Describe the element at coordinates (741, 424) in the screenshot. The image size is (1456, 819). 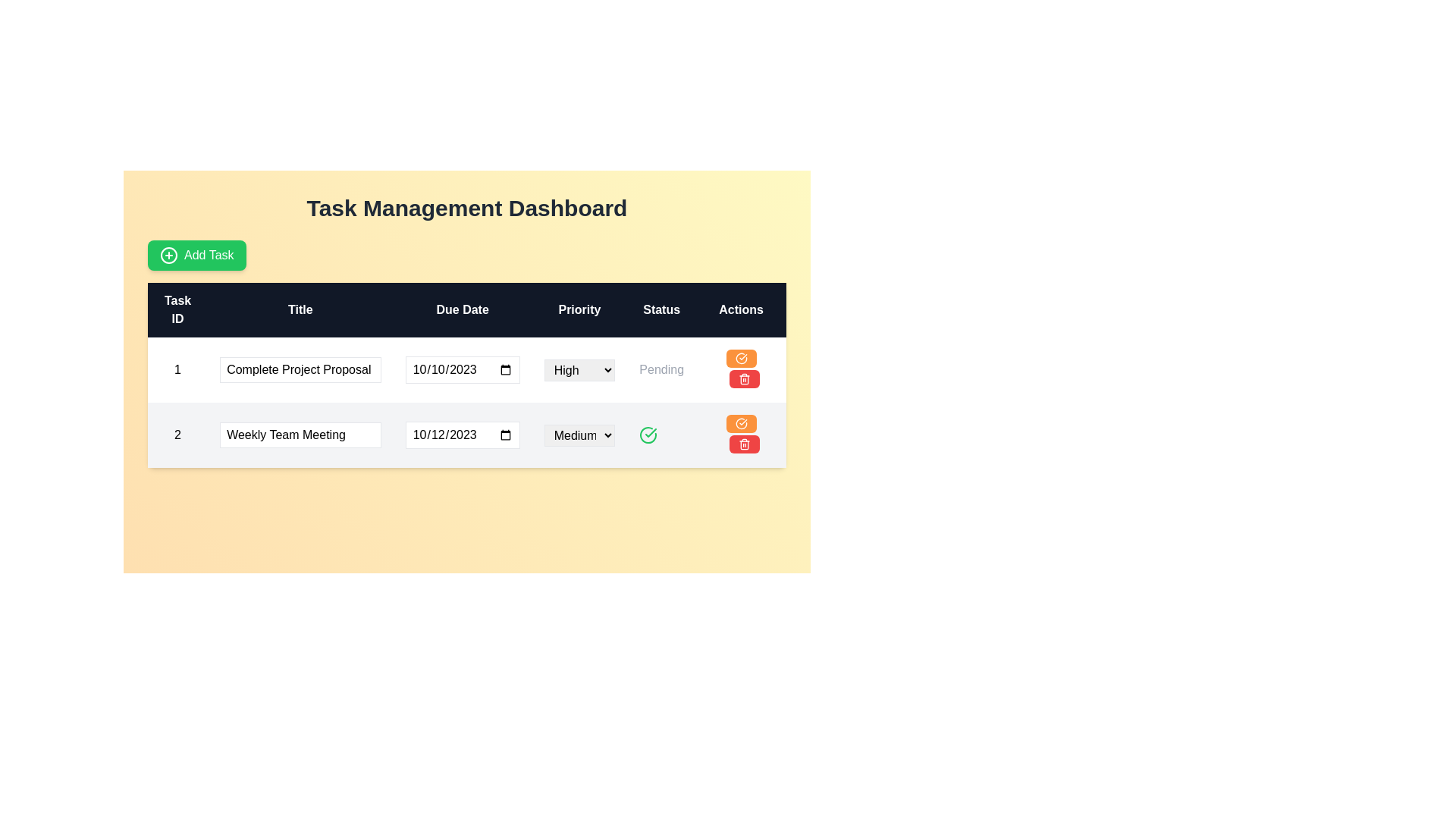
I see `the leftmost icon in the 'Actions' column for the second task row in the table` at that location.